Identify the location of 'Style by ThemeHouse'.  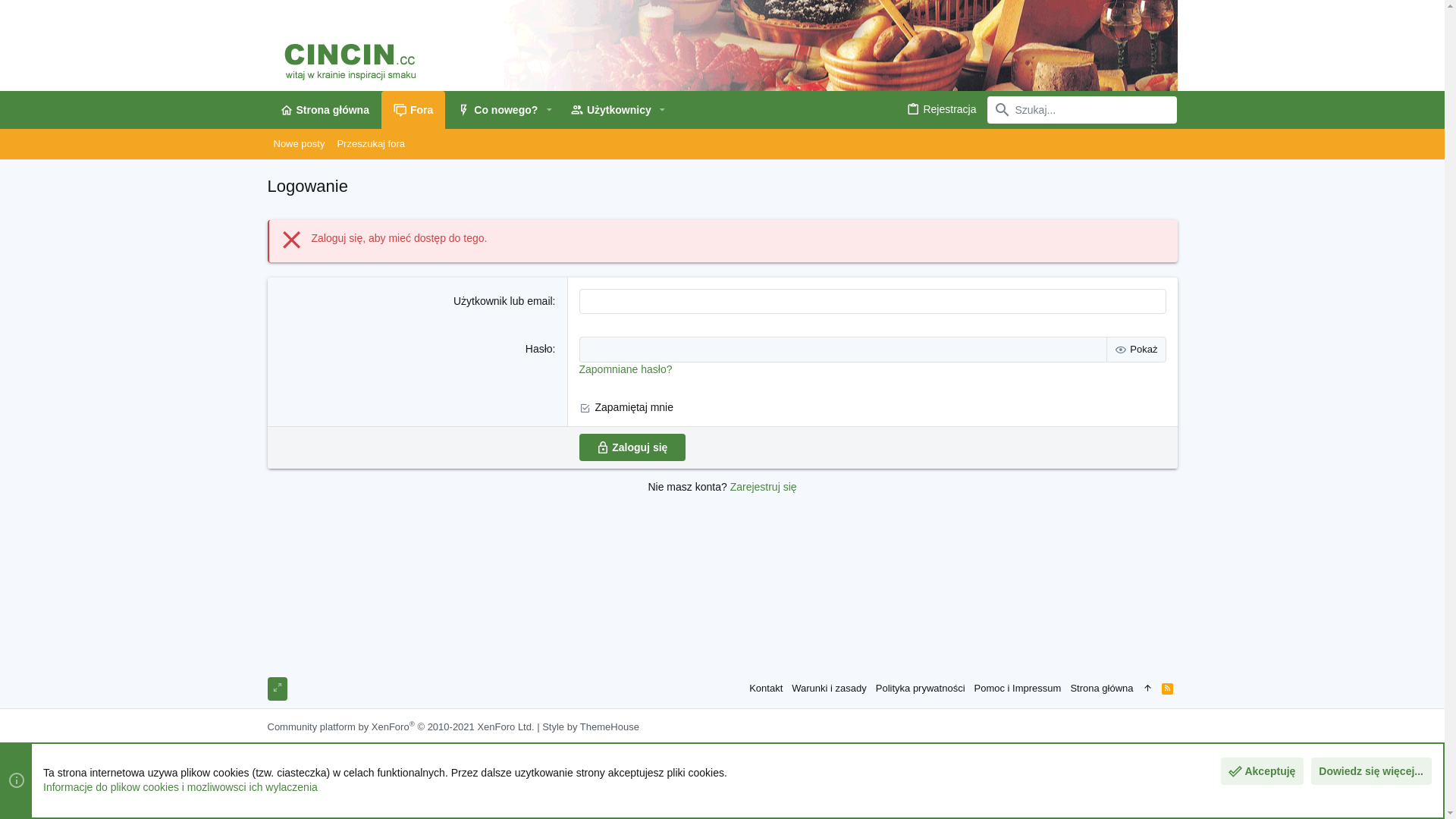
(589, 726).